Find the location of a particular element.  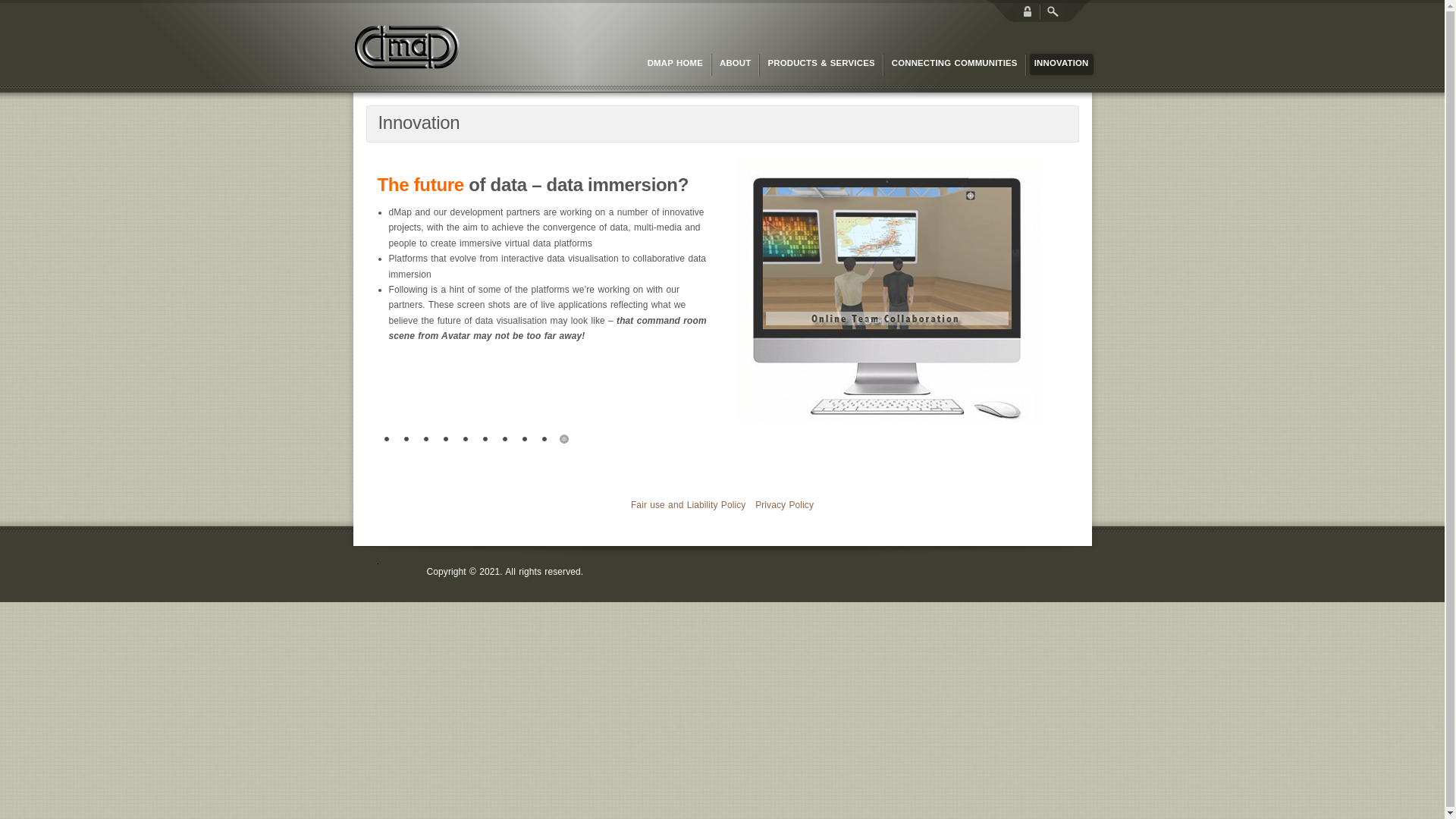

'Open' is located at coordinates (1051, 11).